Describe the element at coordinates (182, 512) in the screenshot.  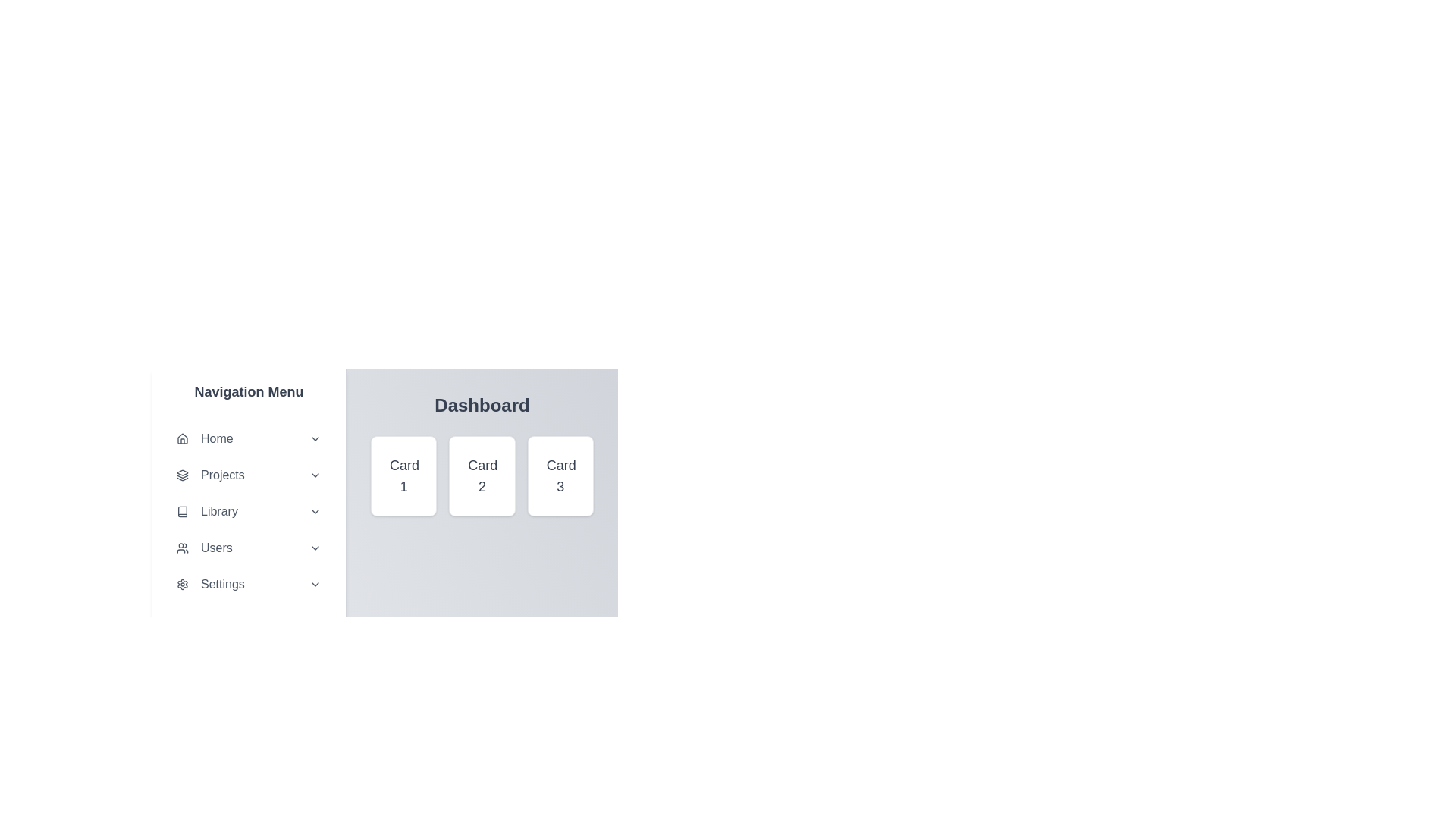
I see `the 'Library' icon located in the vertical menu on the left side of the interface, which represents the 'Library' section in the navigation menu` at that location.